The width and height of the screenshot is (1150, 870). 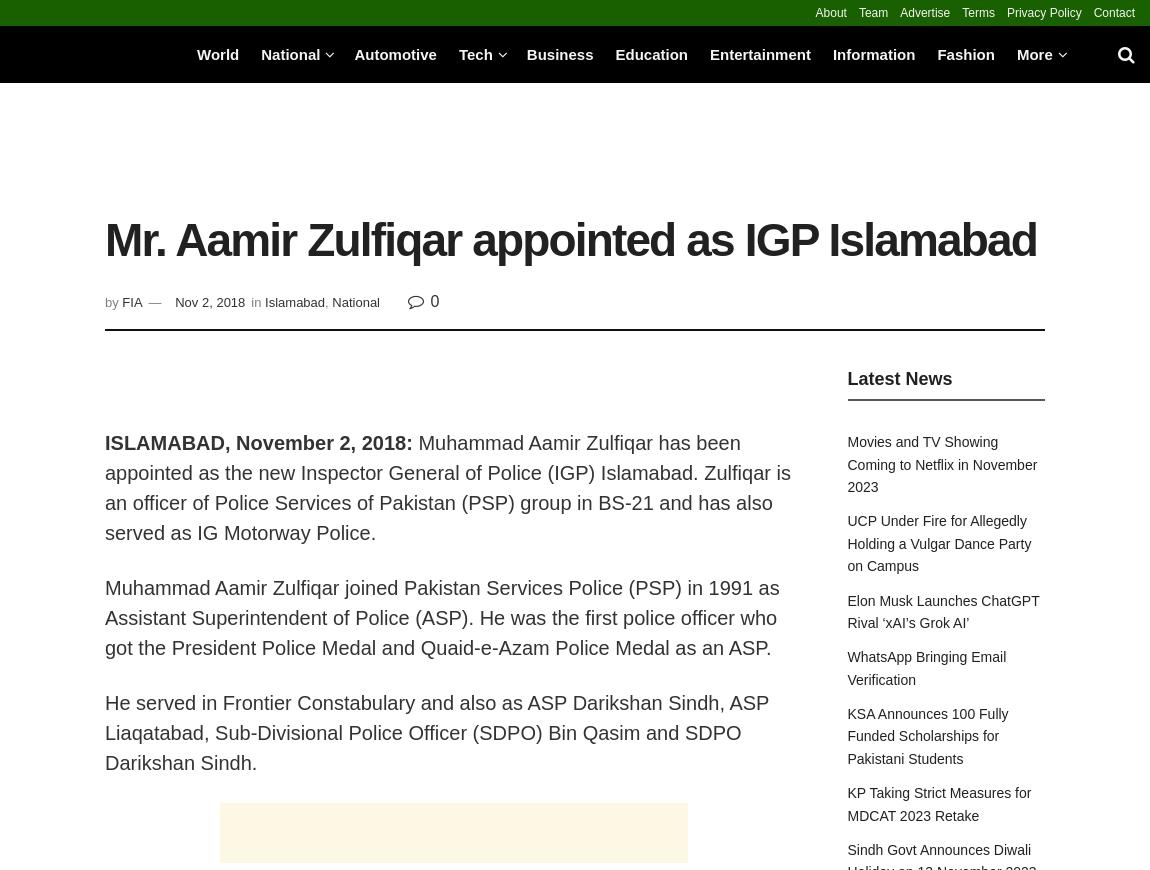 What do you see at coordinates (328, 301) in the screenshot?
I see `','` at bounding box center [328, 301].